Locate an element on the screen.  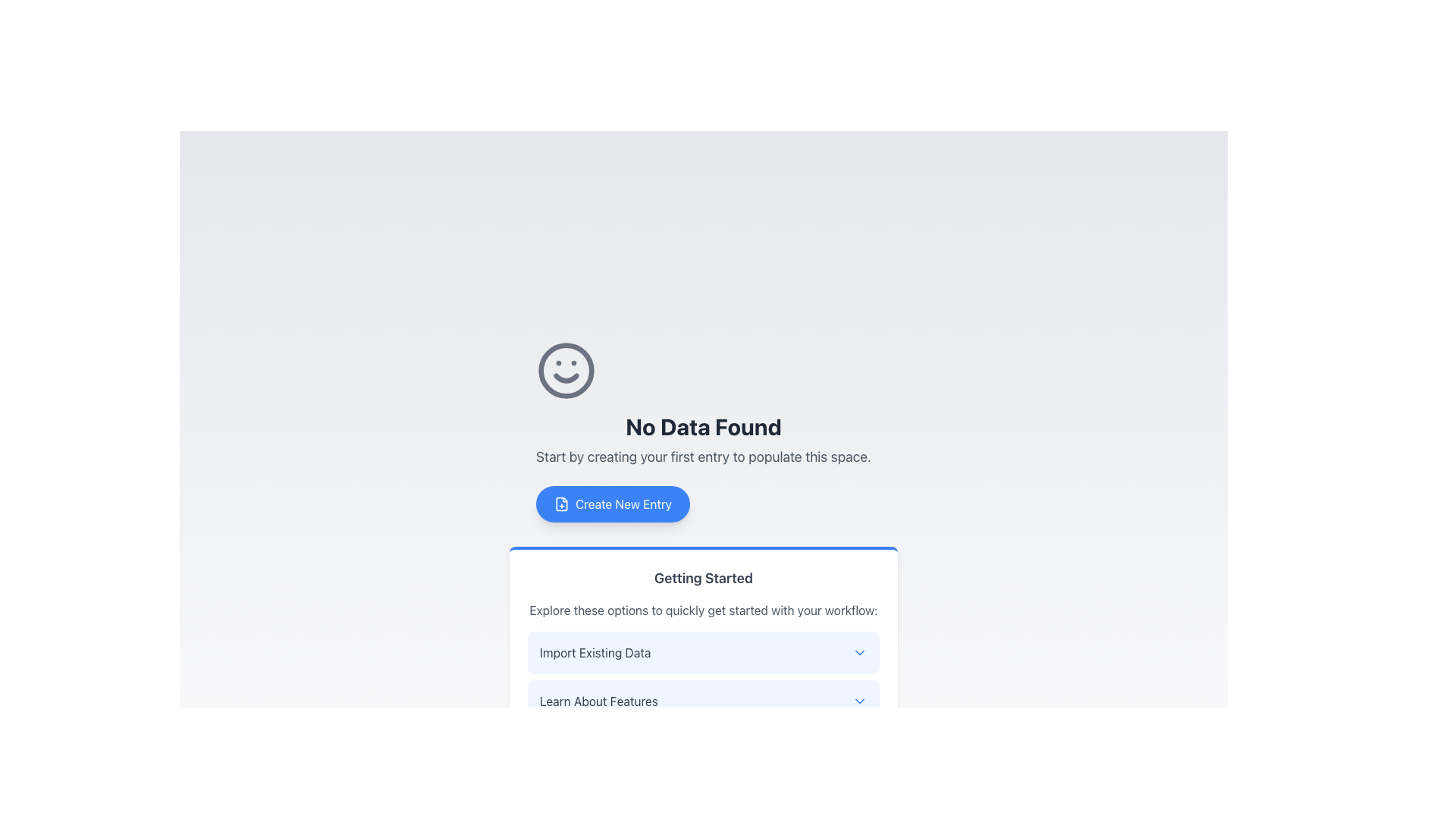
the informational text element located in the 'Getting Started' section, positioned below the title 'Getting Started' is located at coordinates (702, 610).